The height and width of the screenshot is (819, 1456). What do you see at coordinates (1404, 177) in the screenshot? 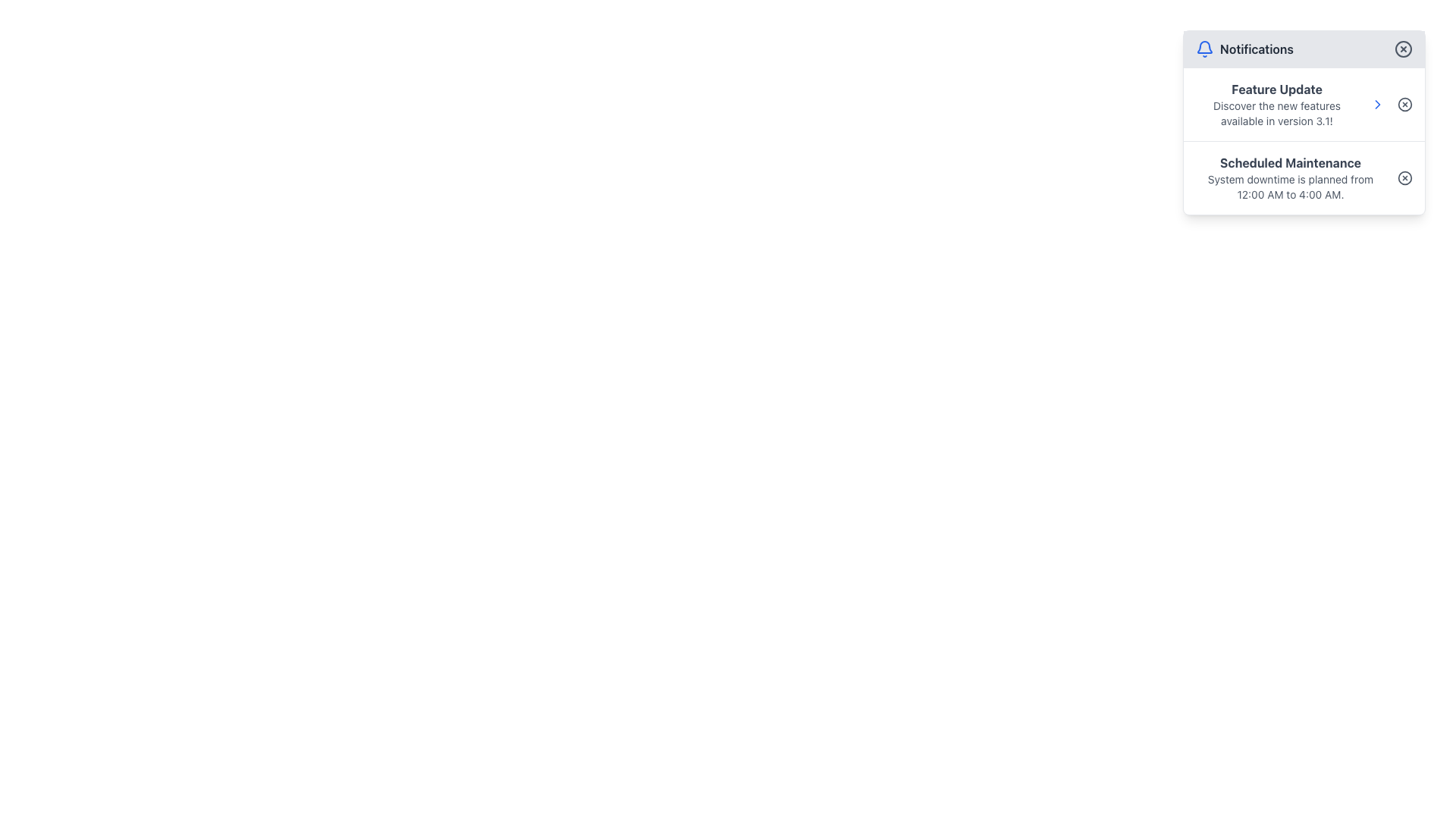
I see `the circular close button with an 'X' mark` at bounding box center [1404, 177].